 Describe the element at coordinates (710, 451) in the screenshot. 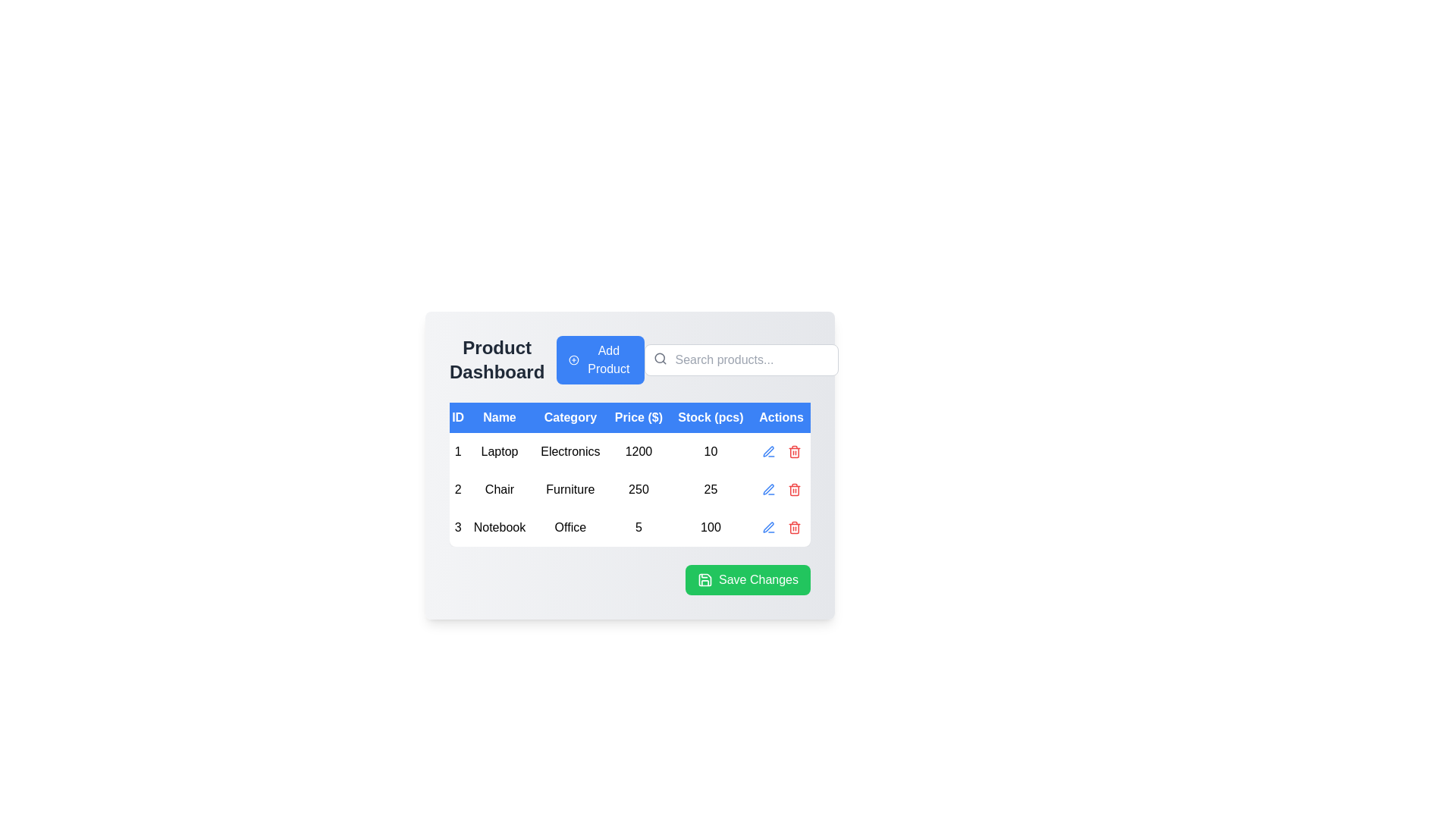

I see `displayed text '10' in the 'Stock (pcs)' column for the laptop product in the table` at that location.